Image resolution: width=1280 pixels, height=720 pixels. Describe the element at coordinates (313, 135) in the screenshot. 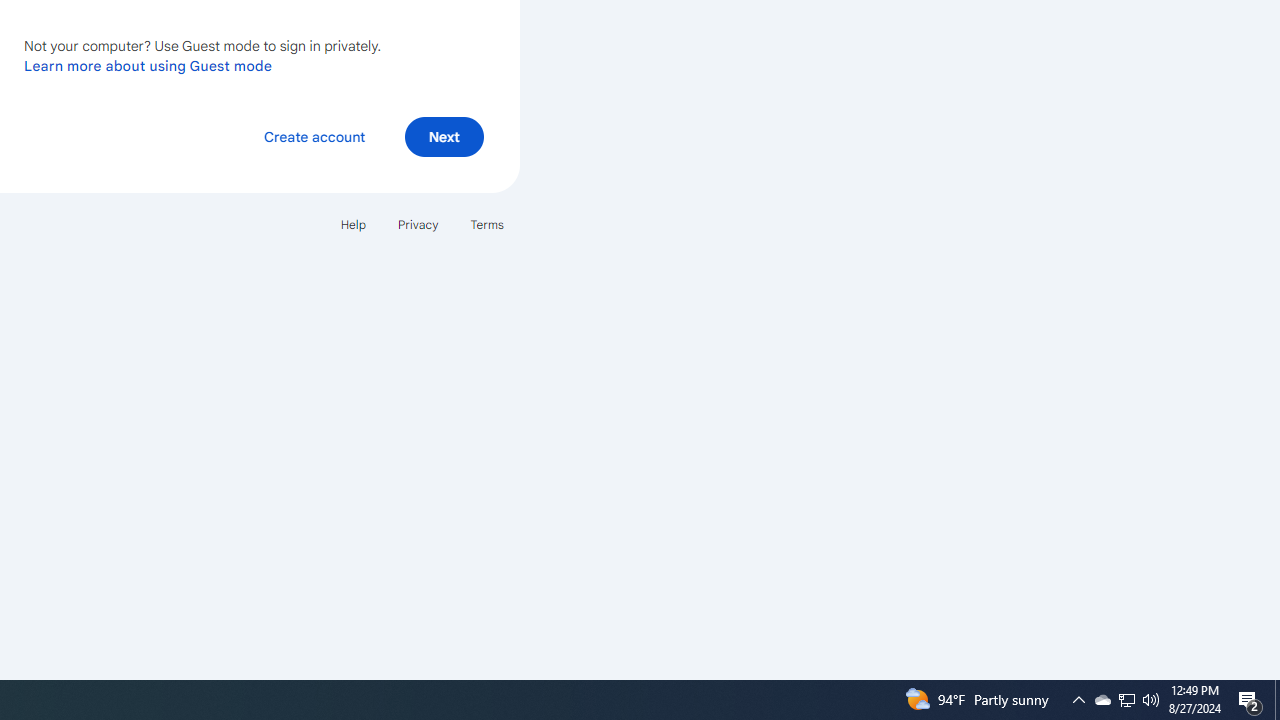

I see `'Create account'` at that location.